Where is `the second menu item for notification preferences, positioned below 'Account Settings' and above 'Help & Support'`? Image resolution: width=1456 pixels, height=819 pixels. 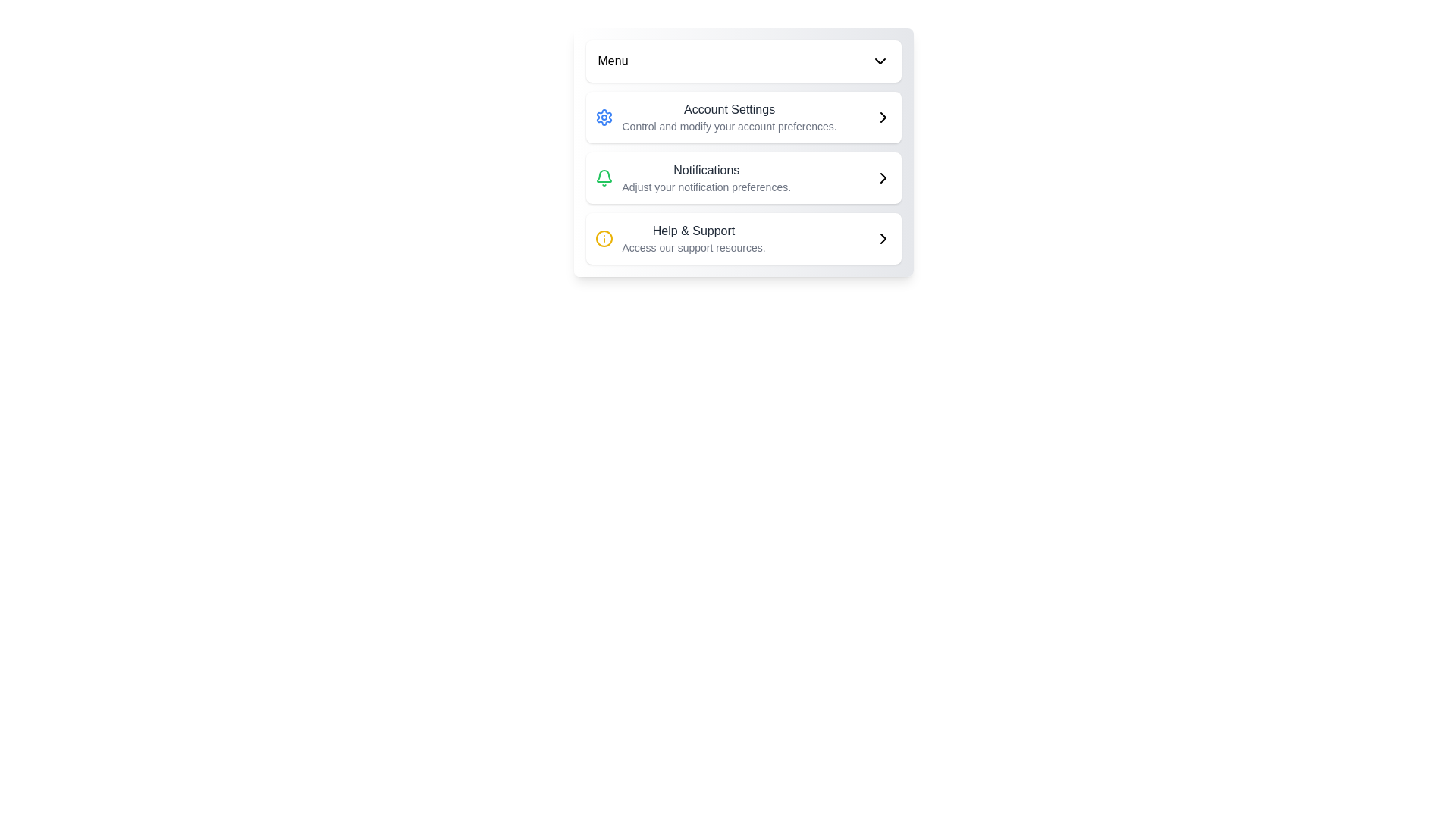 the second menu item for notification preferences, positioned below 'Account Settings' and above 'Help & Support' is located at coordinates (692, 177).